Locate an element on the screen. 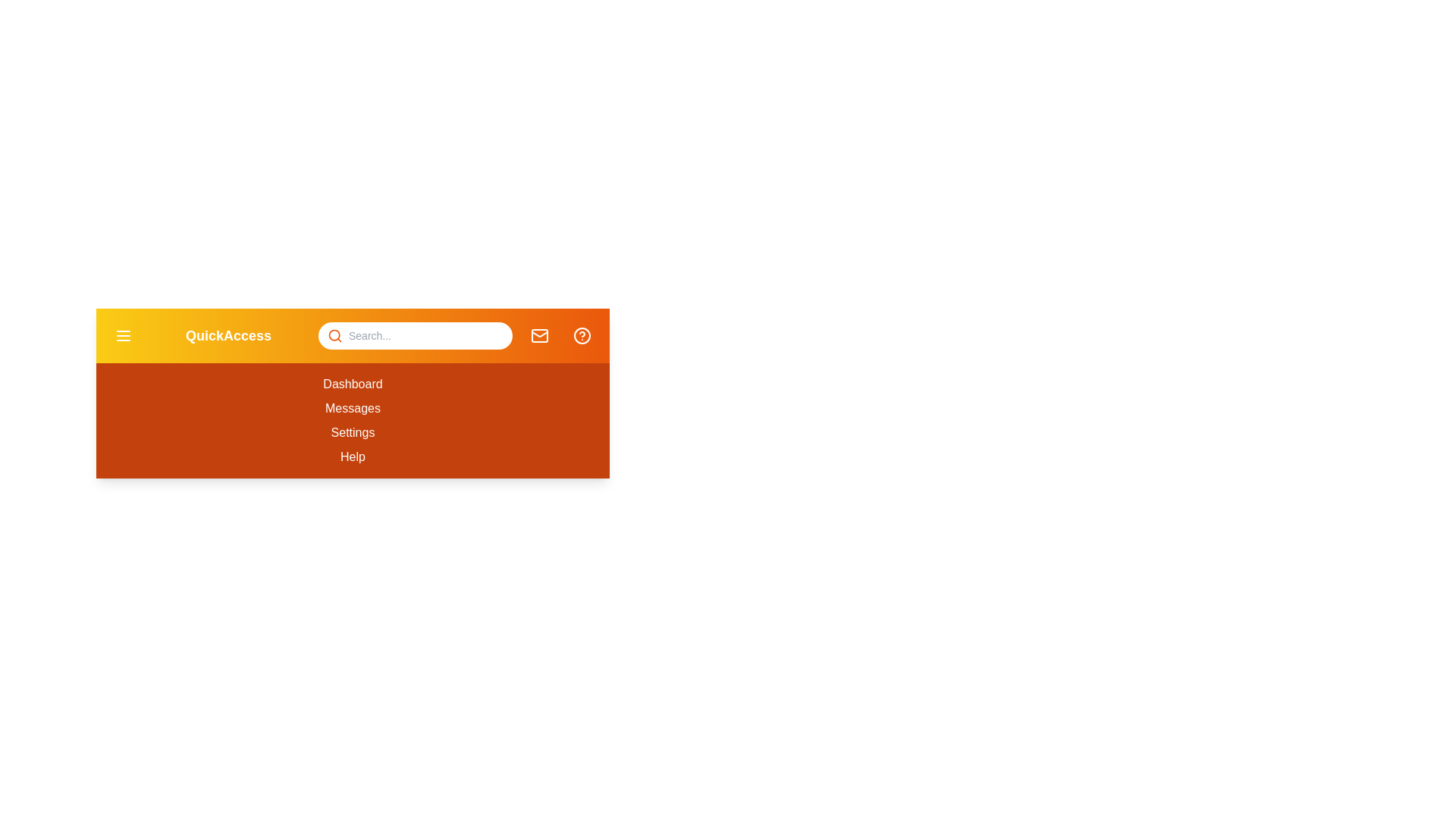 Image resolution: width=1456 pixels, height=819 pixels. the menu toggle button located in the top navigation bar, adjacent to the 'QuickAccess' label is located at coordinates (124, 335).